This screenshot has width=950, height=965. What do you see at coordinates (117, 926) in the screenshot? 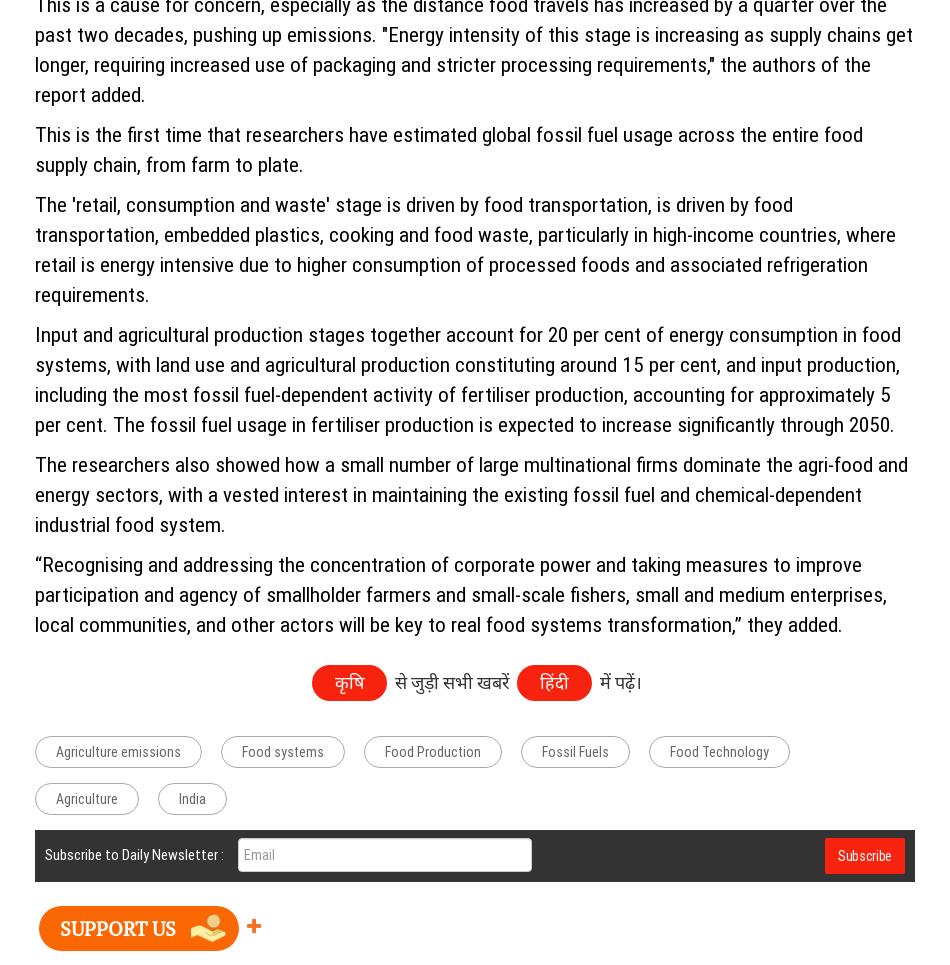
I see `'SUPPORT US'` at bounding box center [117, 926].